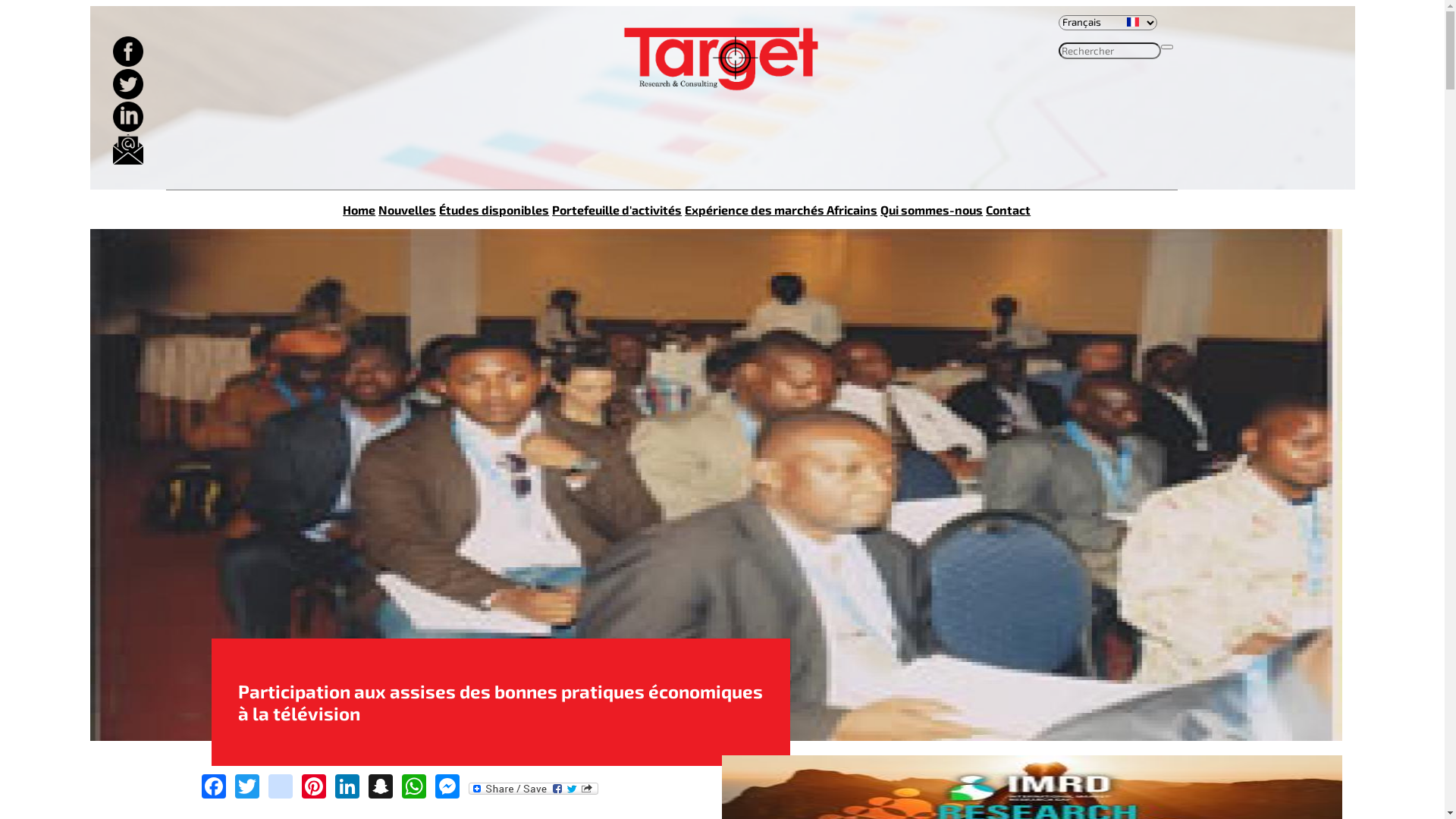  Describe the element at coordinates (399, 784) in the screenshot. I see `'WhatsApp'` at that location.